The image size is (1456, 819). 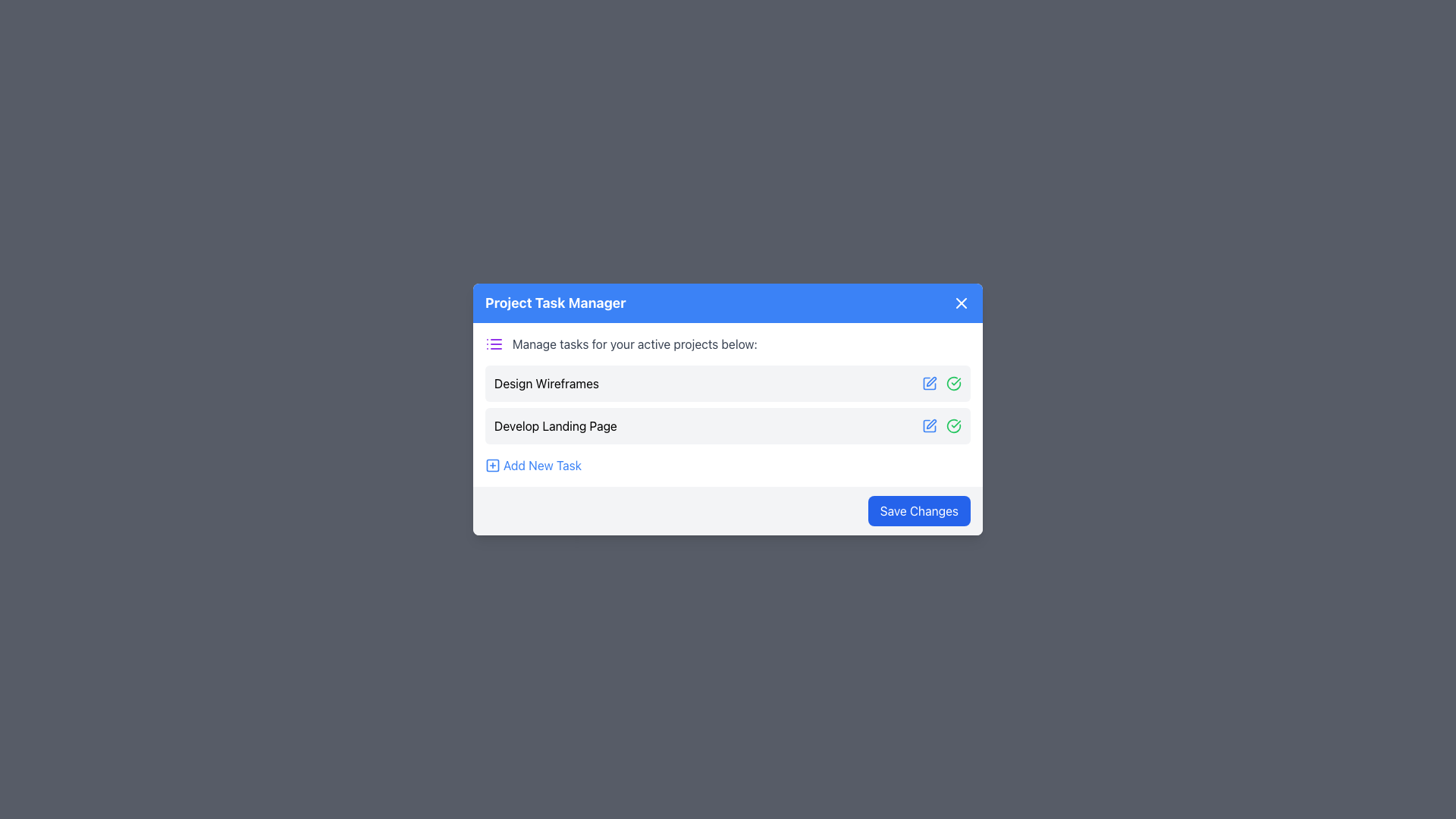 What do you see at coordinates (941, 426) in the screenshot?
I see `the horizontal group of icons consisting of a blue pen for editing and a green check for confirming, located to the right of the 'Develop Landing Page' row` at bounding box center [941, 426].